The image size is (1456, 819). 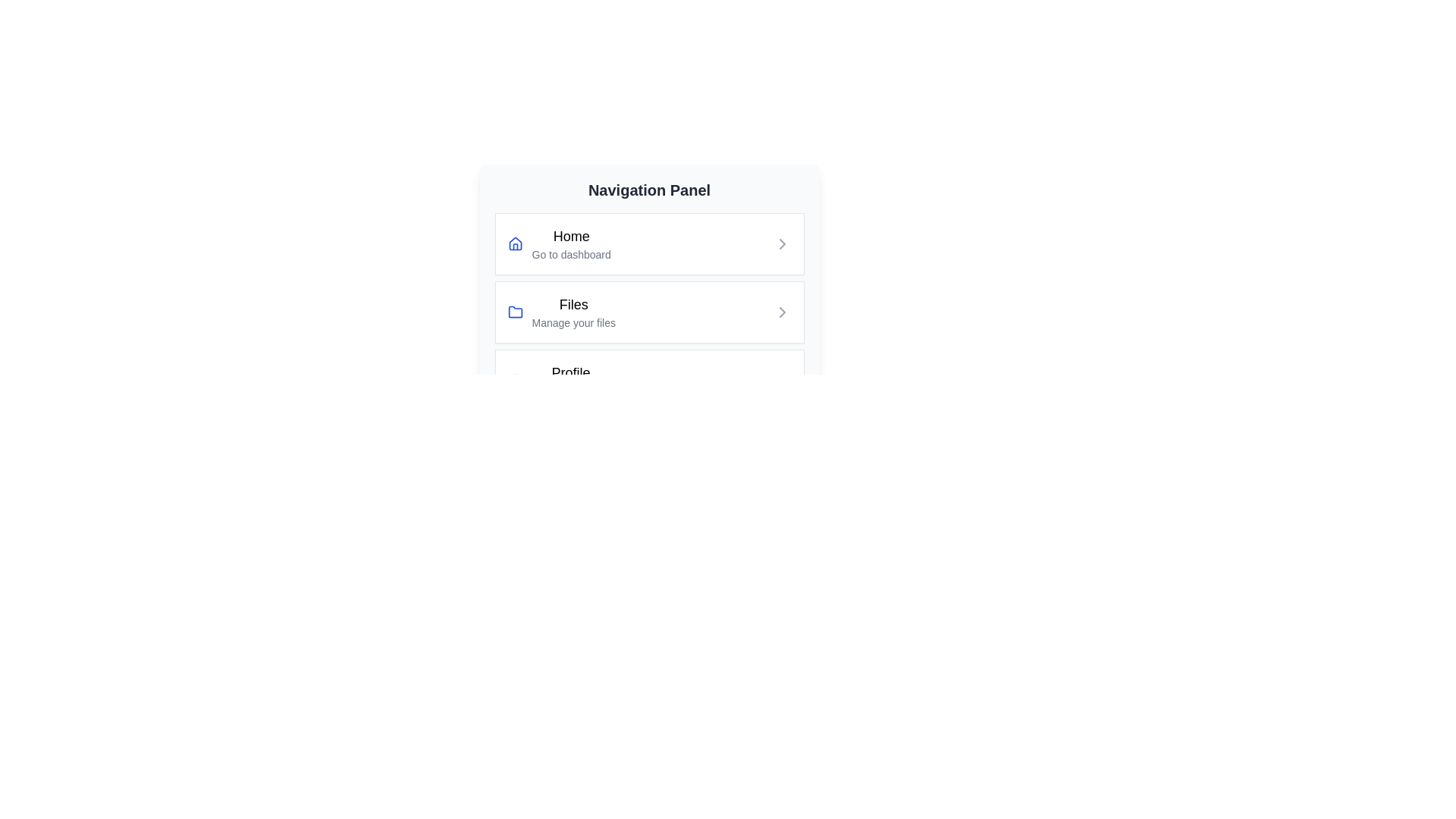 I want to click on the rightward-pointing chevron-shaped arrow icon located to the right of the 'Files' text in the second entry of the navigation panel, so click(x=782, y=312).